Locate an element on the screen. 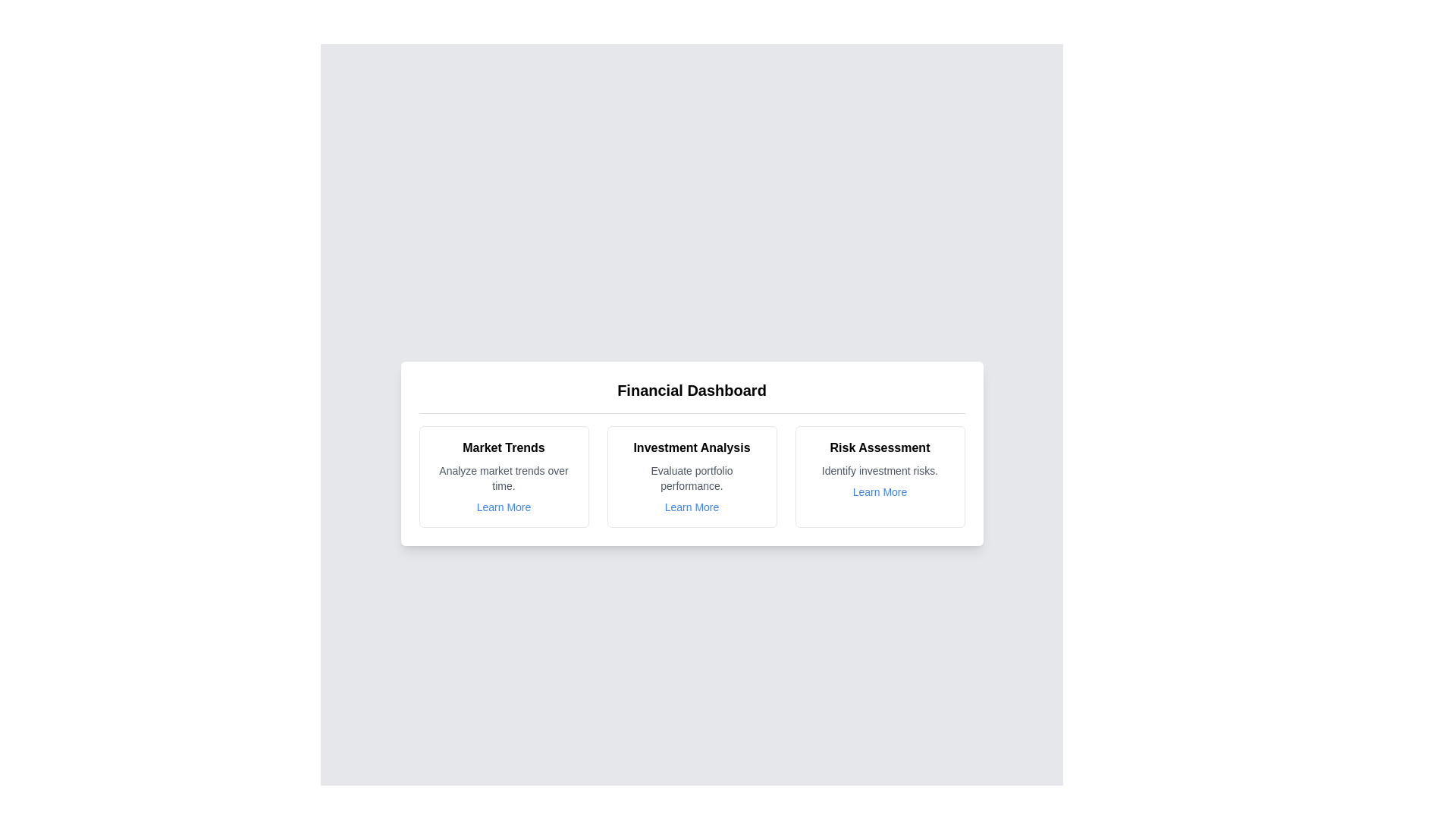  the 'Learn More' link for the Investment Analysis chart card is located at coordinates (691, 507).